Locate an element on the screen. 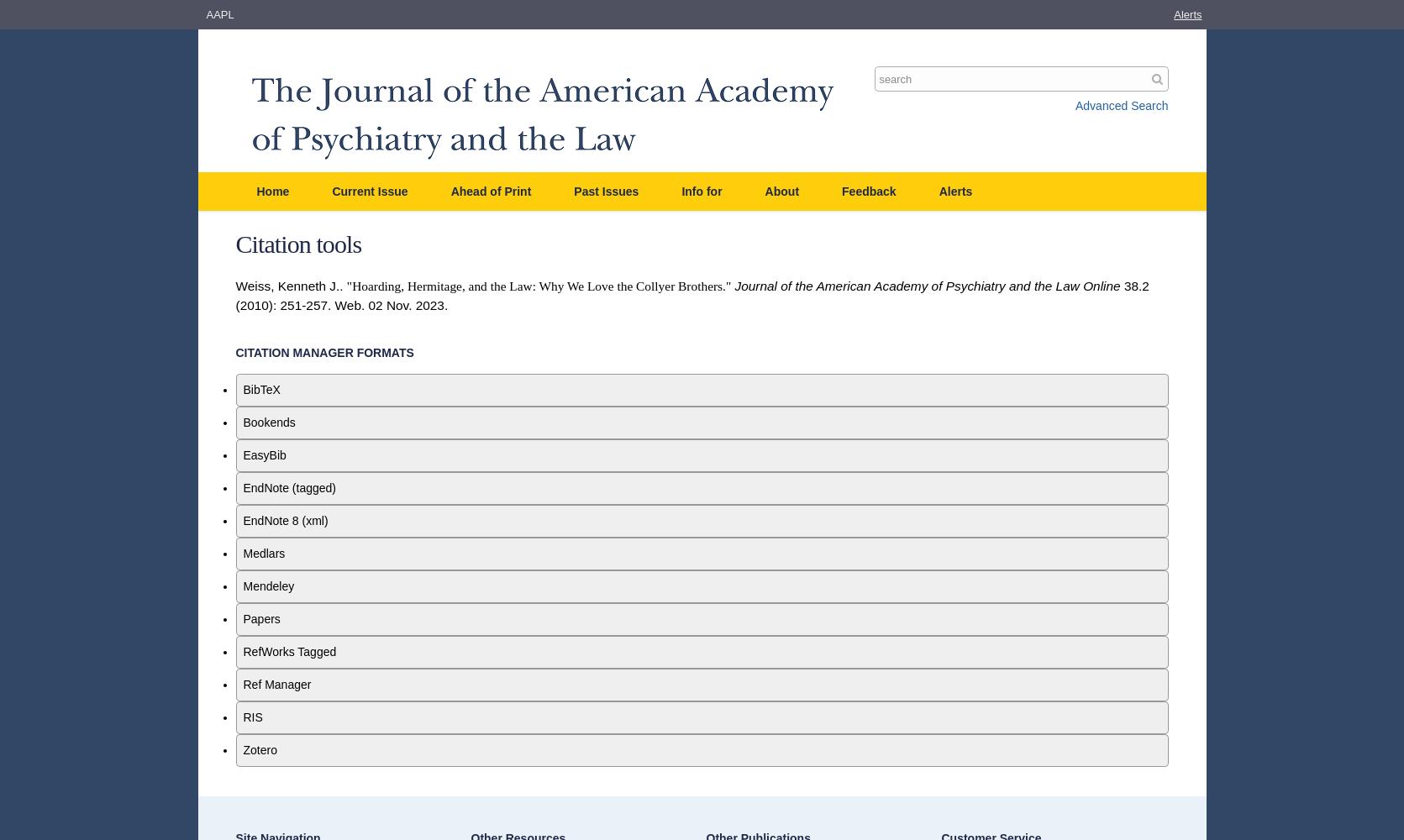  'Citation Manager Formats' is located at coordinates (324, 353).